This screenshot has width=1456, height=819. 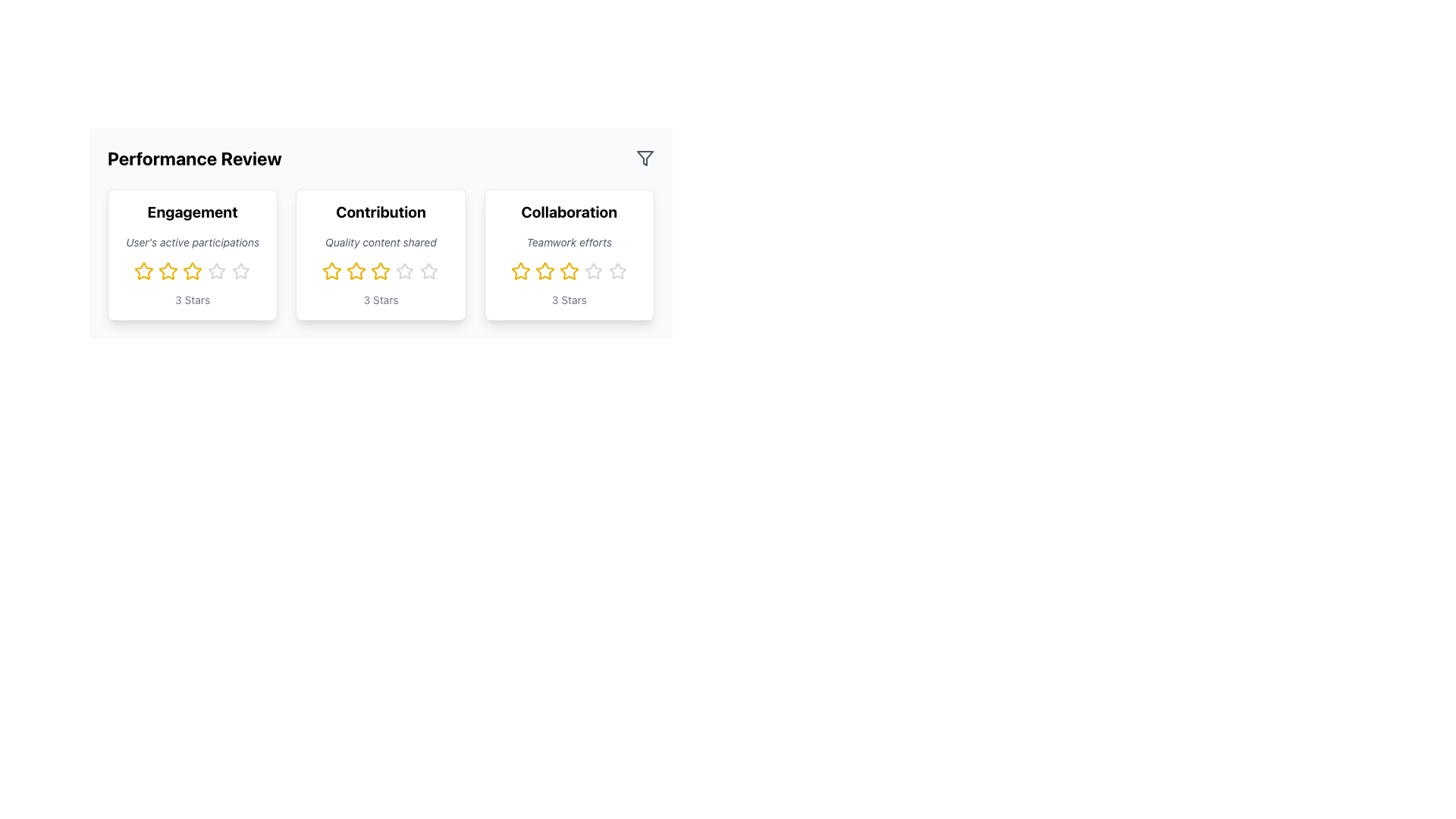 I want to click on the fourth star-shaped icon in the five-star rating system under the 'Collaboration' card to rate it, so click(x=568, y=271).